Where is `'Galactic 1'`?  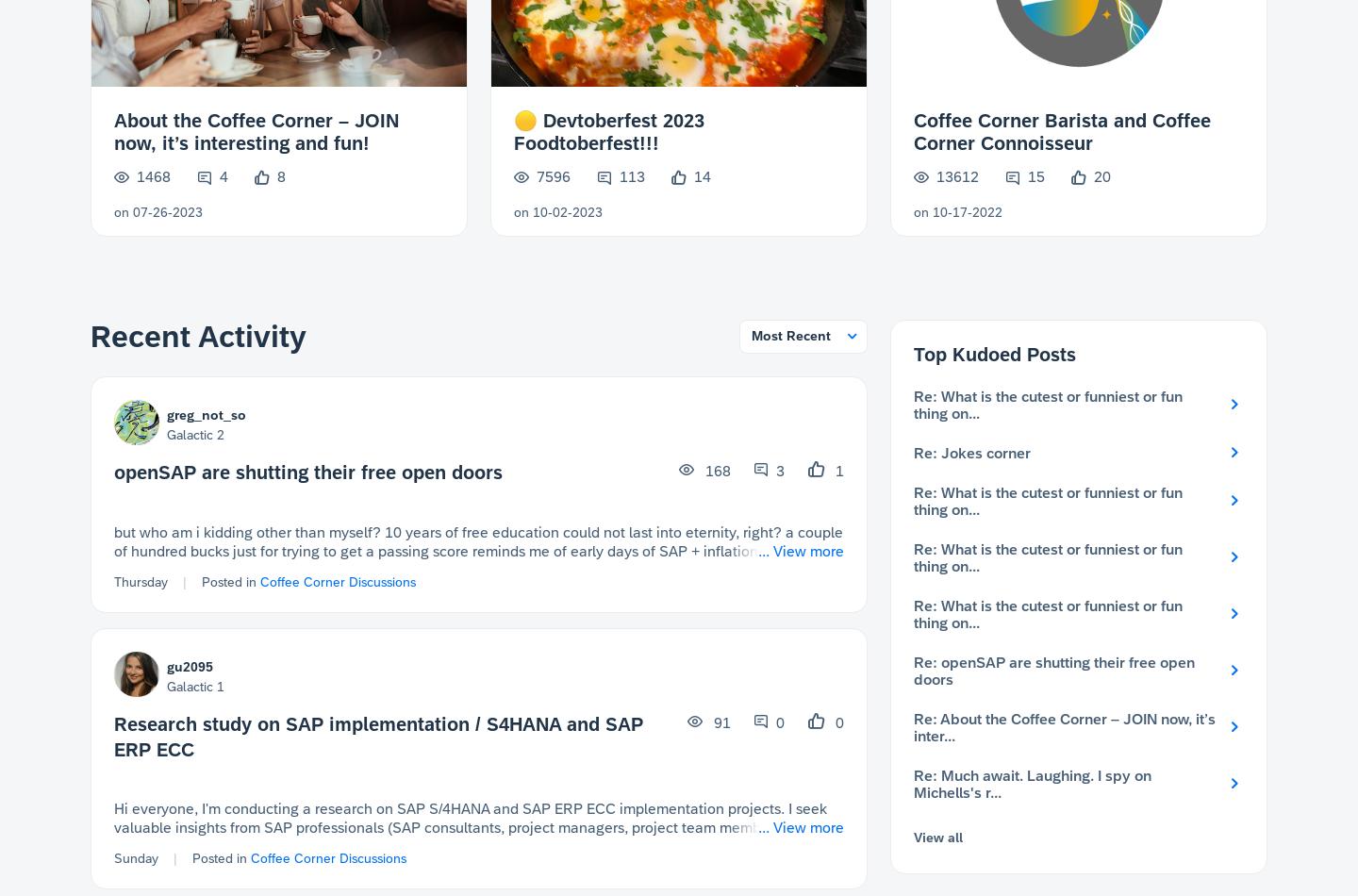
'Galactic 1' is located at coordinates (195, 685).